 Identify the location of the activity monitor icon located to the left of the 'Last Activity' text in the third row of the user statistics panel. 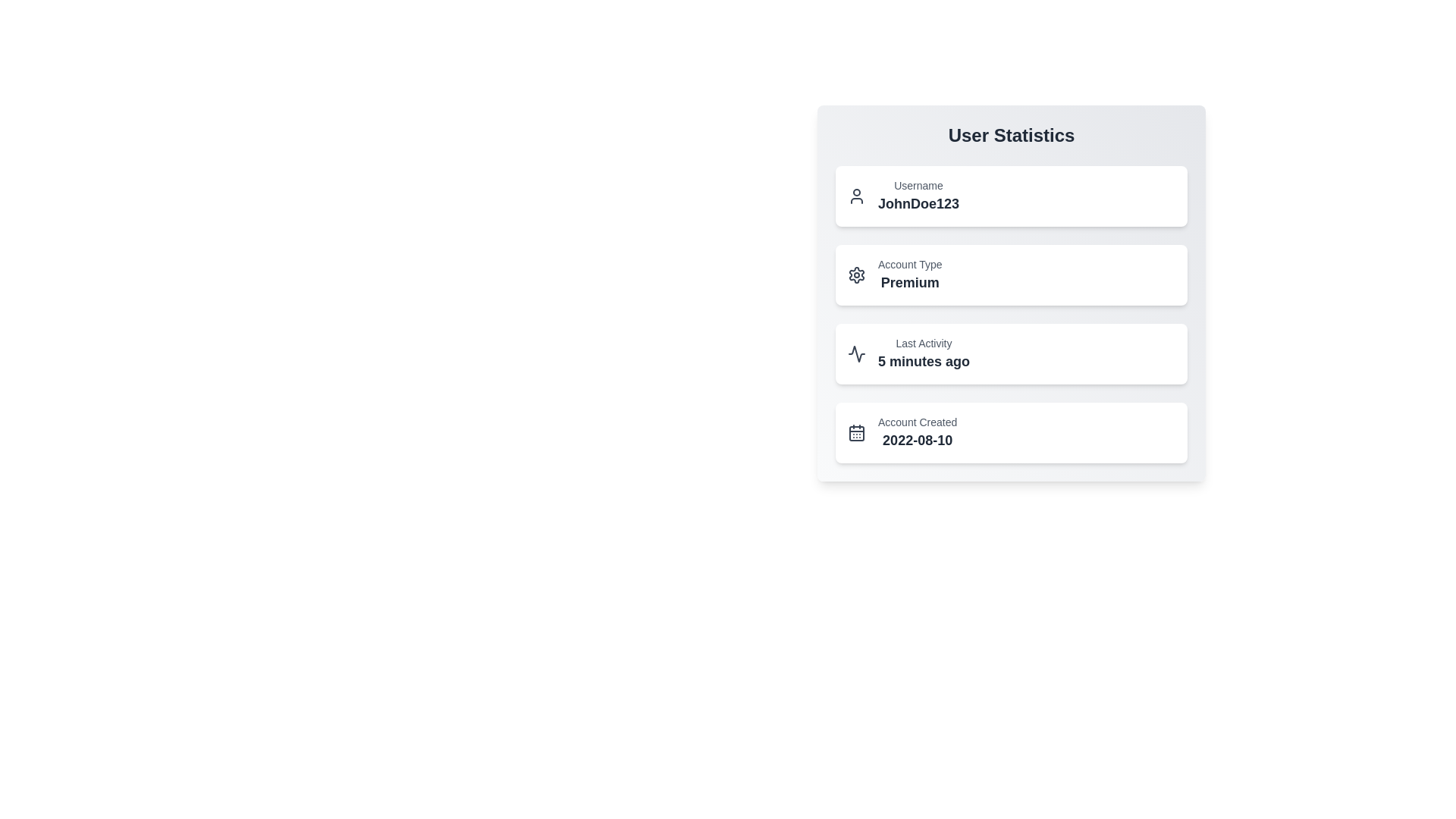
(856, 353).